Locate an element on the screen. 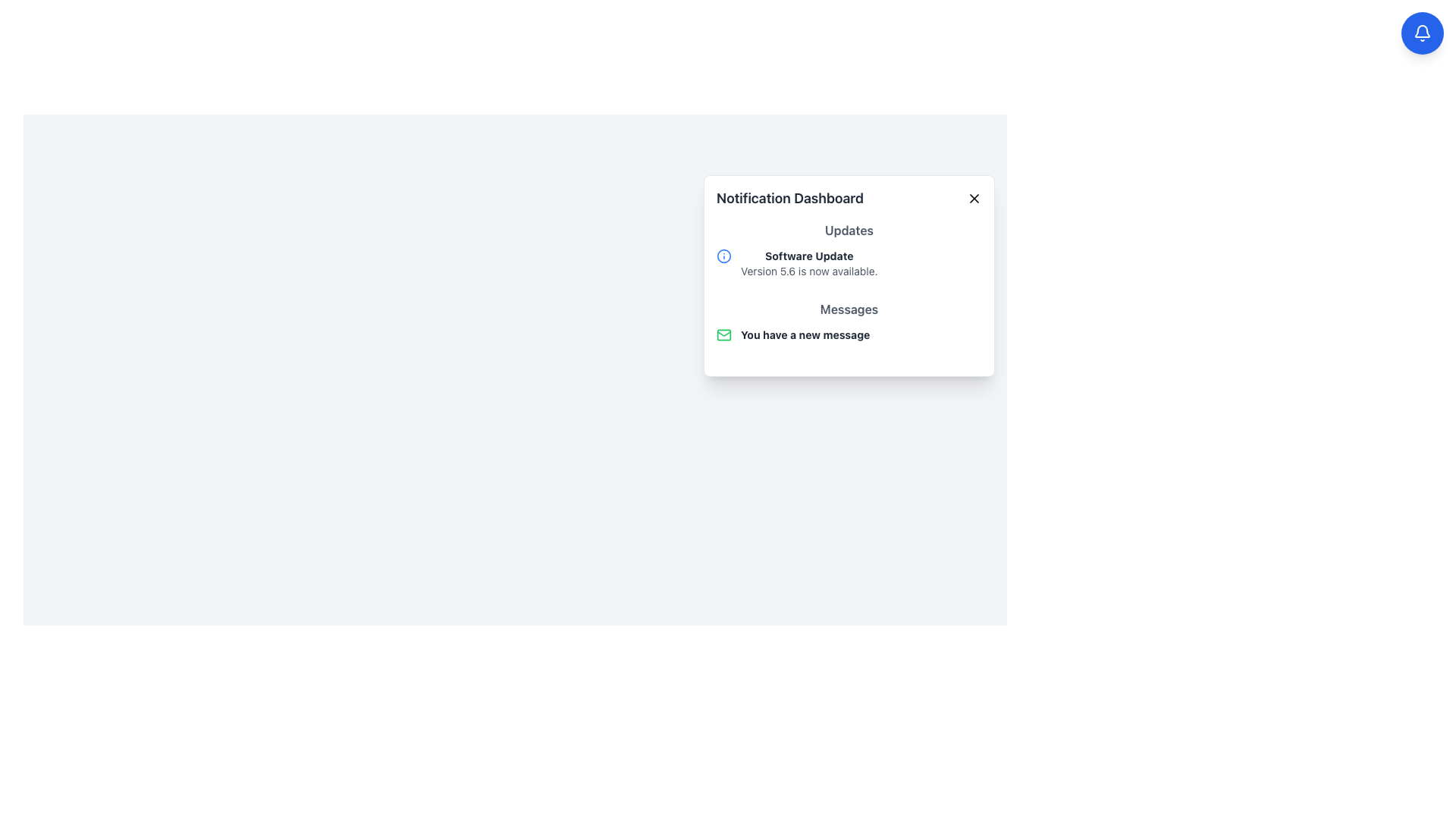 The height and width of the screenshot is (819, 1456). the informational notification about the newly available software update, Version 5.6, located in the 'Updates' section of the notification panel is located at coordinates (848, 262).